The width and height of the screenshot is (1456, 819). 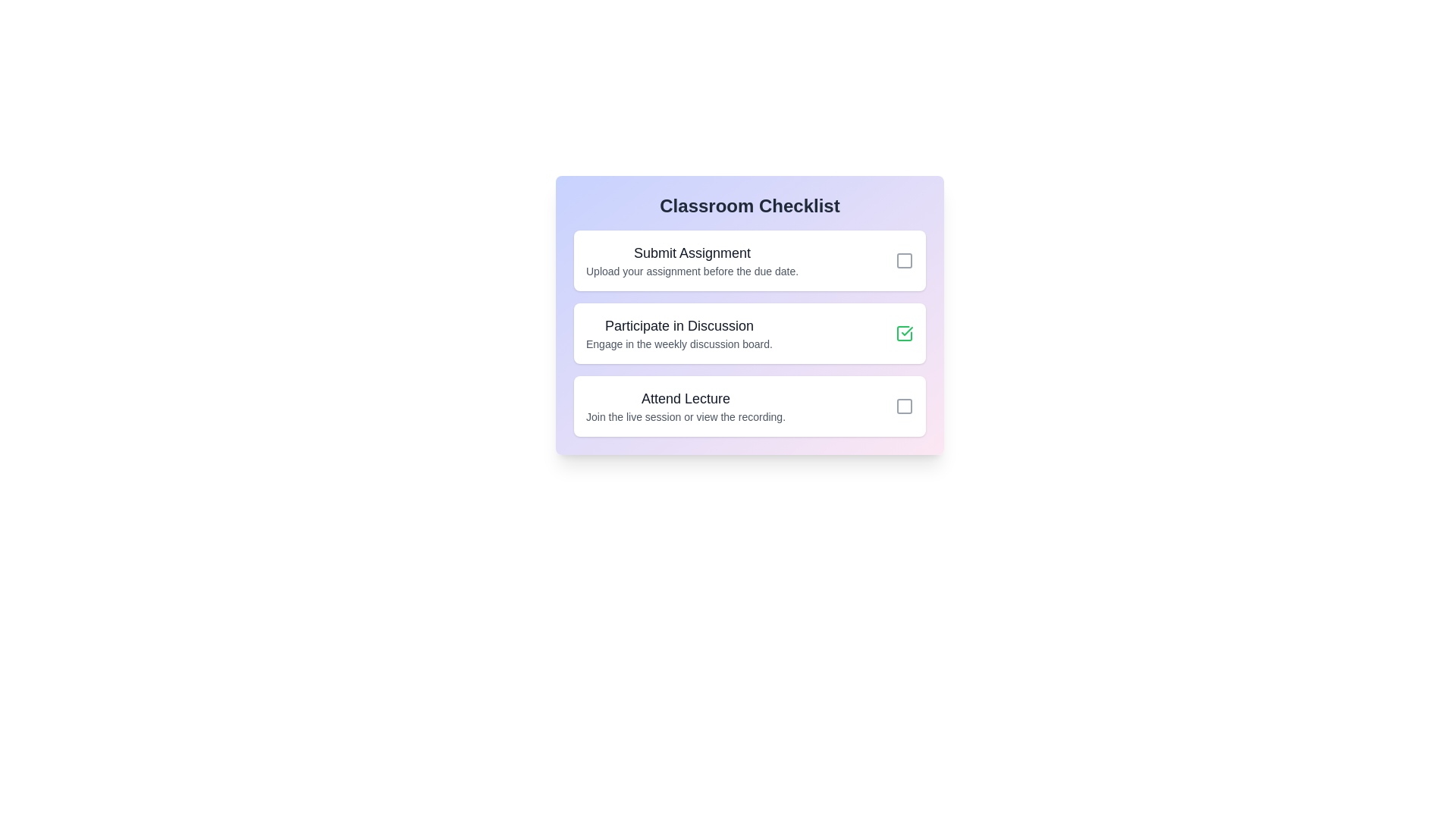 I want to click on the checkbox in the second row of the 'Classroom Checklist', so click(x=749, y=315).